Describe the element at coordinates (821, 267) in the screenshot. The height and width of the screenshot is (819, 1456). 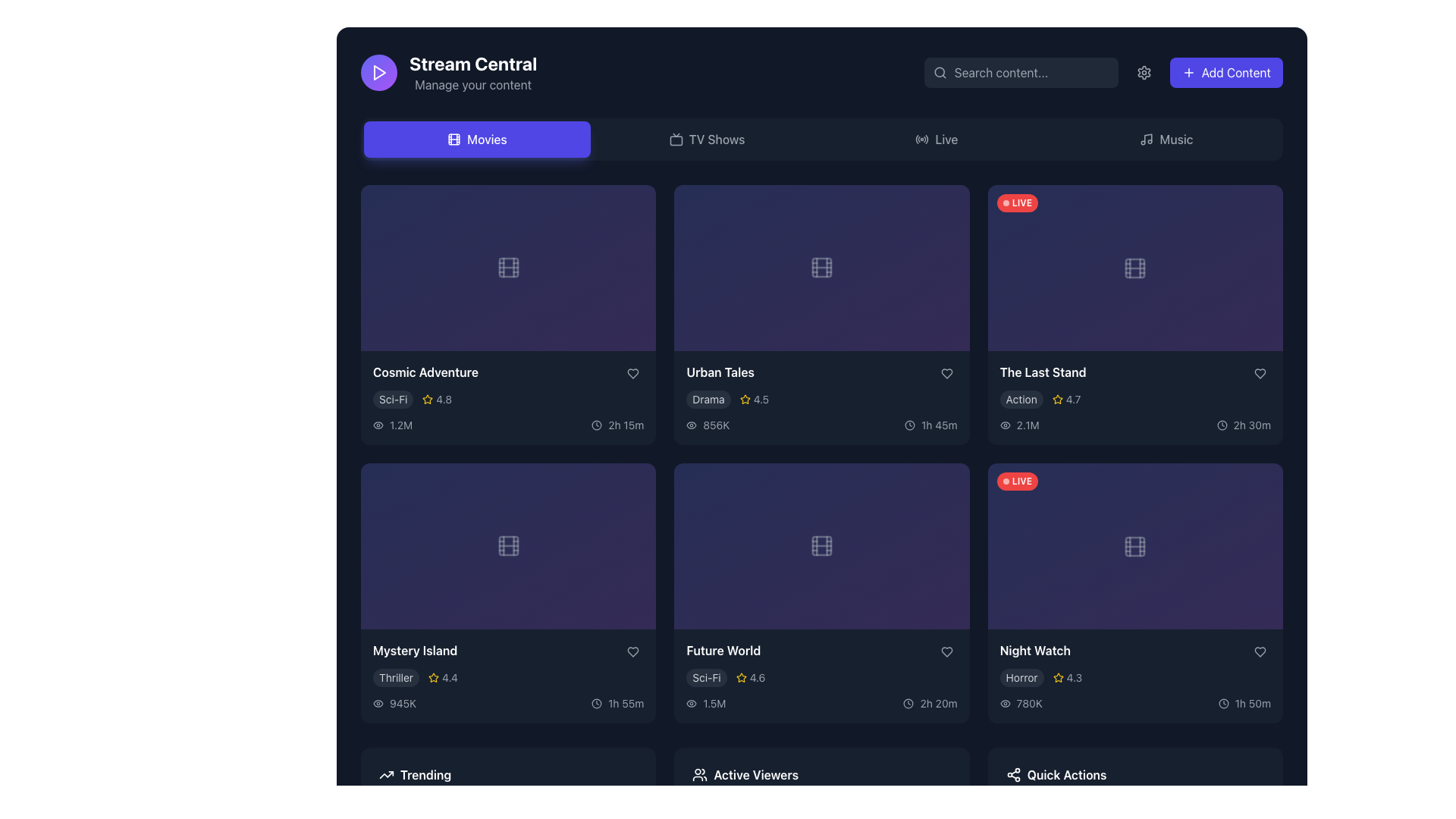
I see `the decorative graphical element resembling a film strip icon, centrally positioned within the media item card in the second column of the first row` at that location.